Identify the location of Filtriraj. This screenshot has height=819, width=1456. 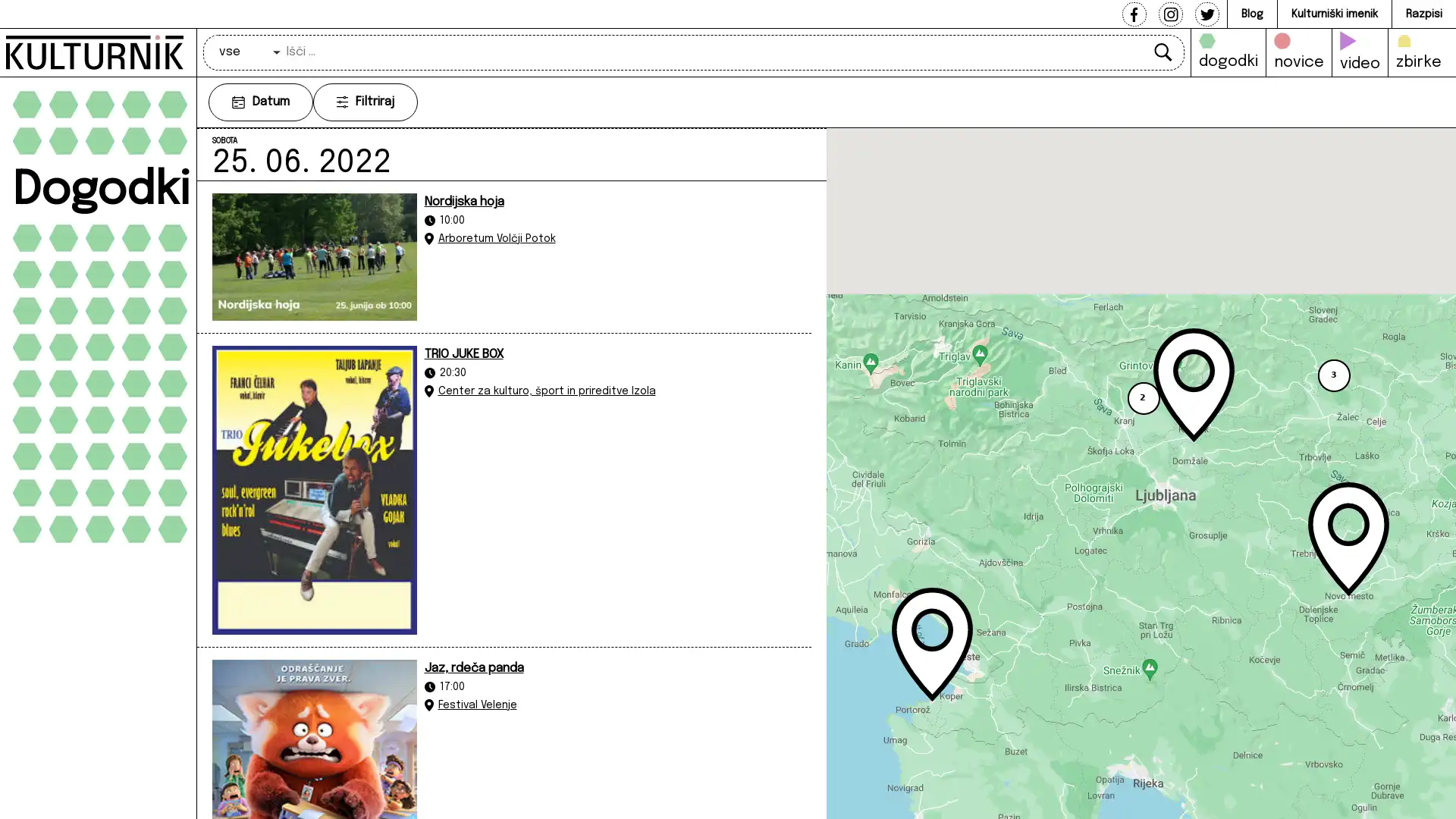
(365, 102).